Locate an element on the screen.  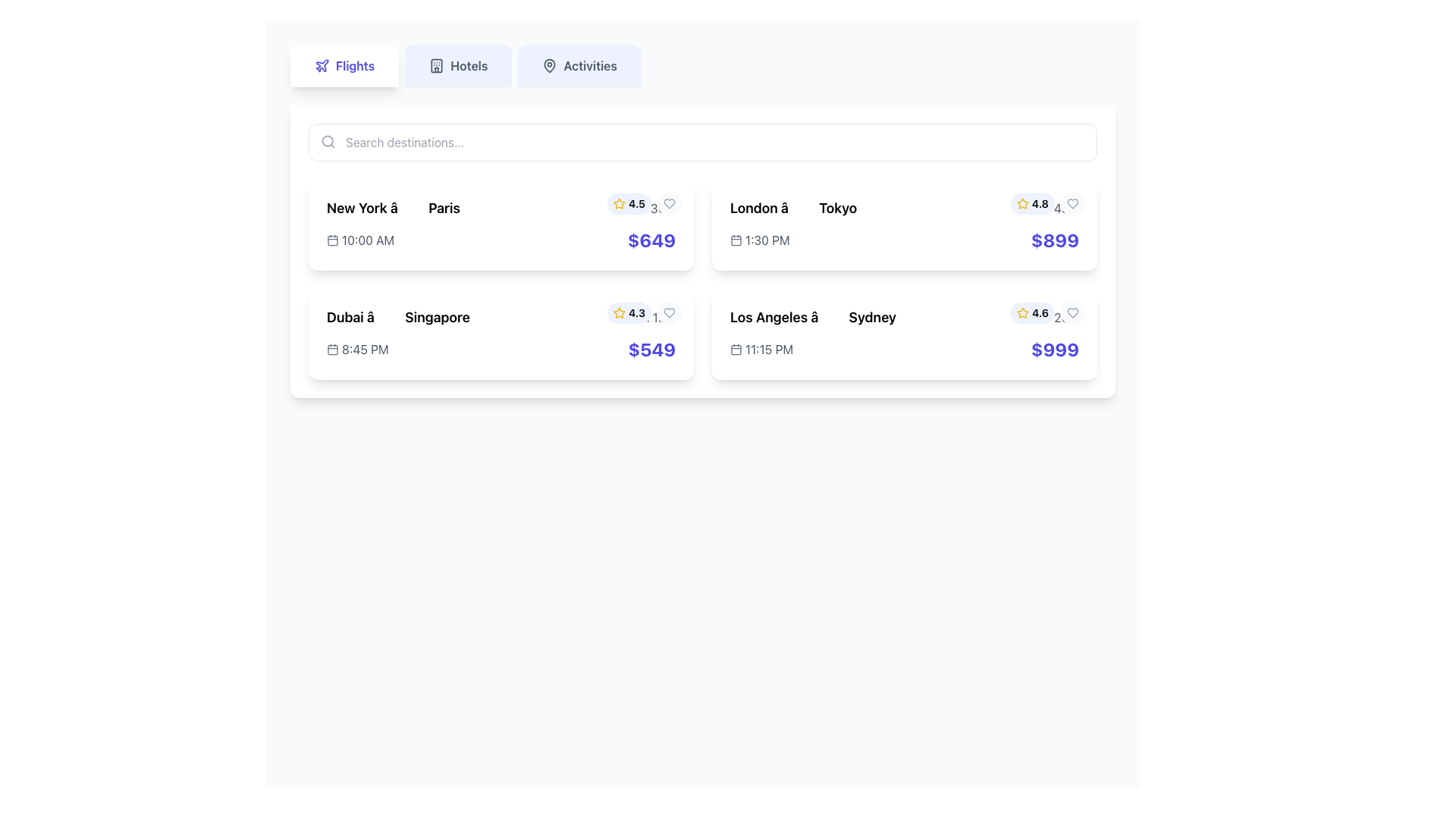
the heart icon button, which is styled with an outline stroke and represents a 'favorite' or 'like' symbol, located in the bottom-right section of the flight information card is located at coordinates (1072, 203).